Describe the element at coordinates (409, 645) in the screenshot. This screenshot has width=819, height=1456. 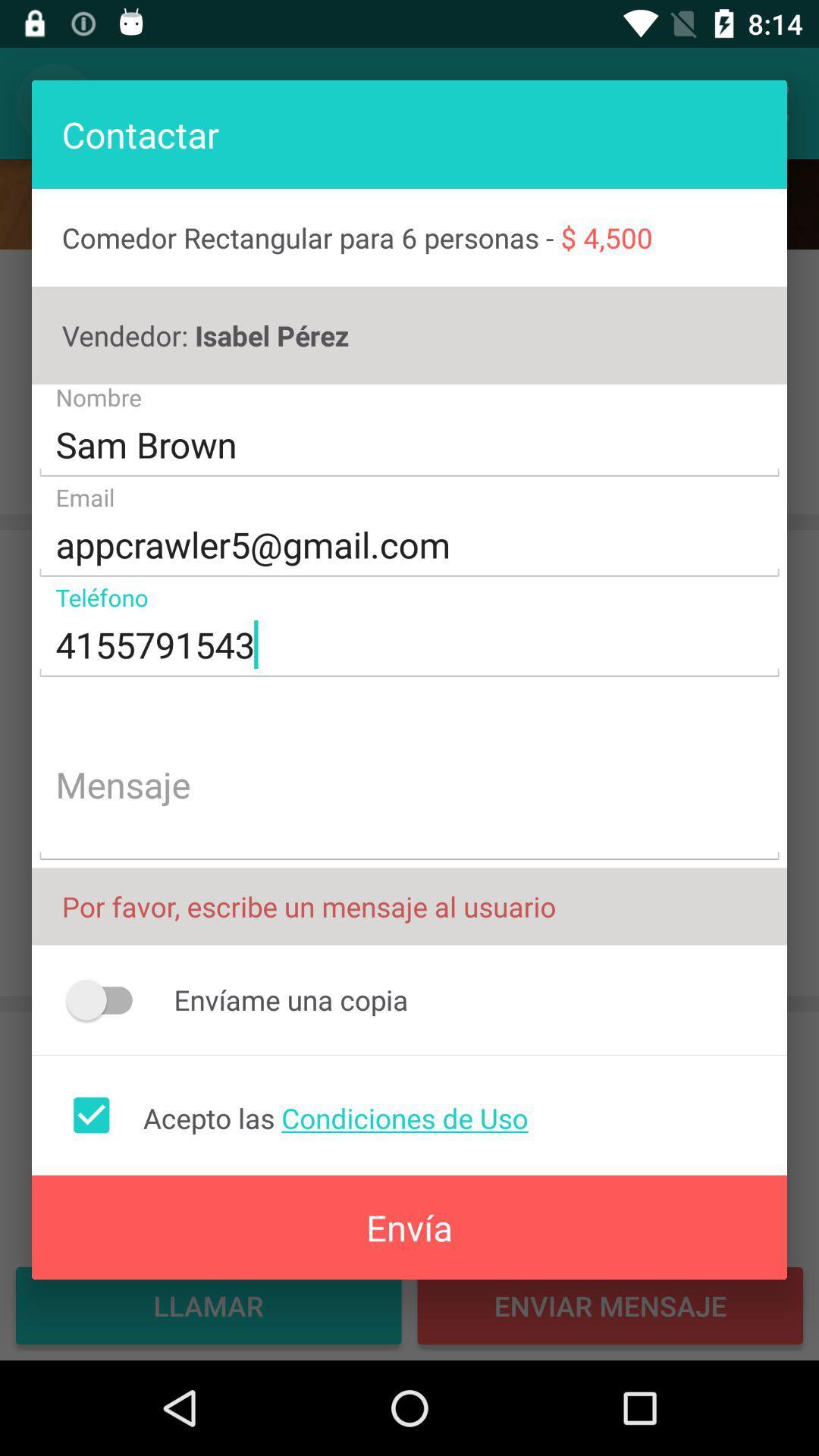
I see `icon below the appcrawler5@gmail.com icon` at that location.